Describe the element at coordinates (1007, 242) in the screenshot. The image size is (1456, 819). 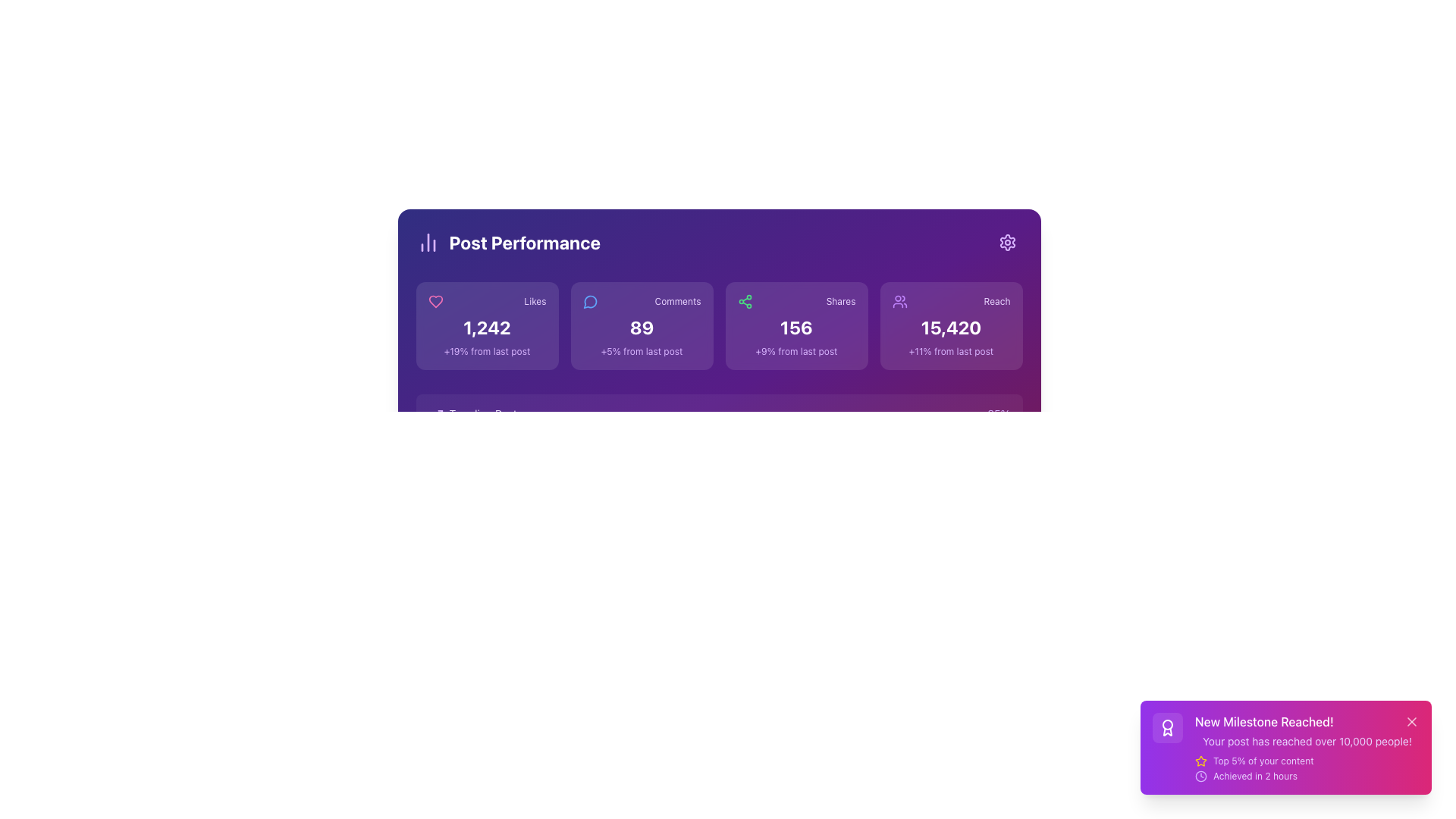
I see `the gear or cog icon located in the upper-right corner of the 'Post Performance' header section` at that location.